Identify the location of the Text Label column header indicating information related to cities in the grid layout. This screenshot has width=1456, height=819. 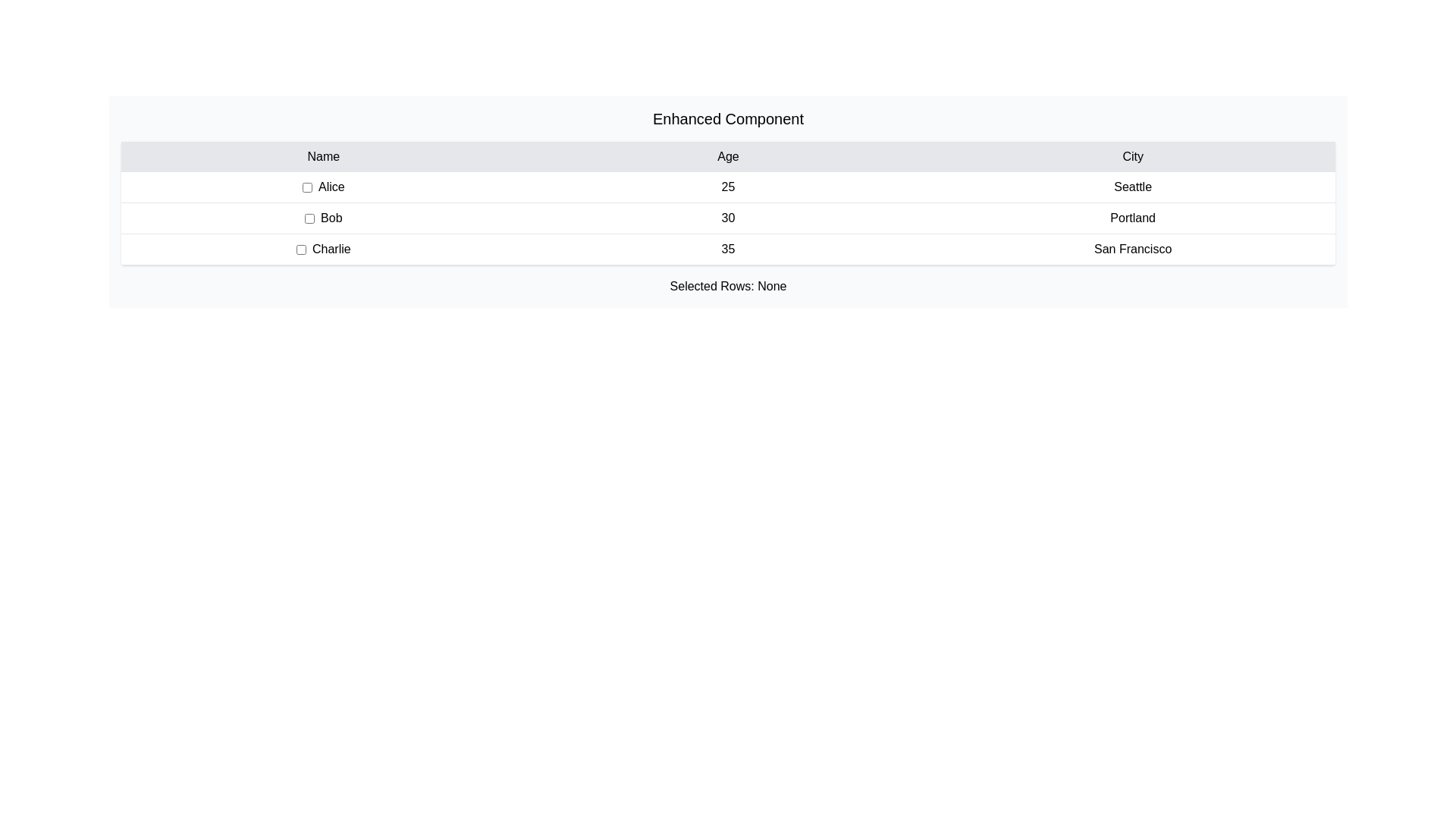
(1133, 157).